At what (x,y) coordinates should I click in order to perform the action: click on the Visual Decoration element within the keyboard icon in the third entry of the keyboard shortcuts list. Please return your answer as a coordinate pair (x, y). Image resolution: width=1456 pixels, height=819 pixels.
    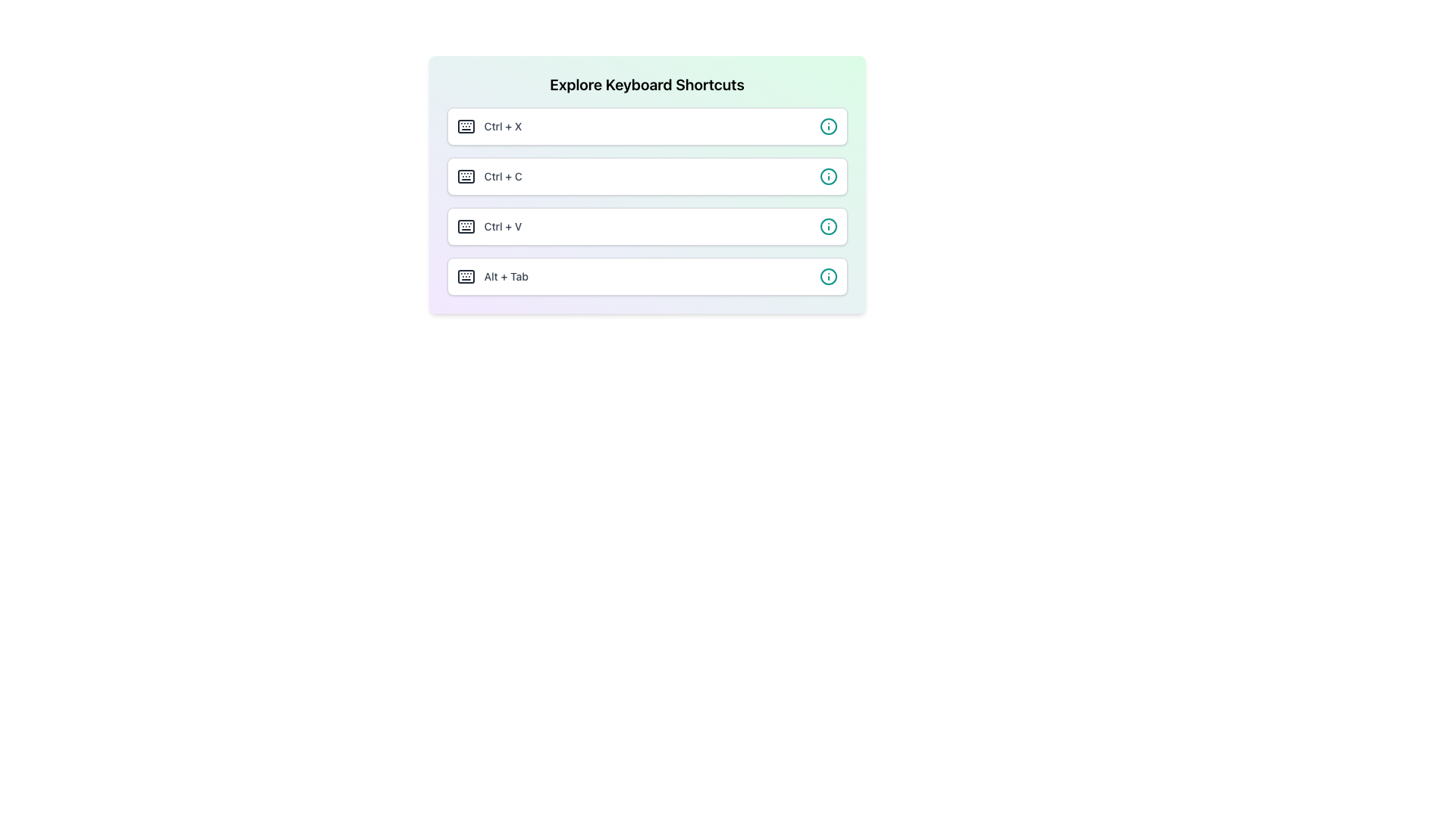
    Looking at the image, I should click on (465, 227).